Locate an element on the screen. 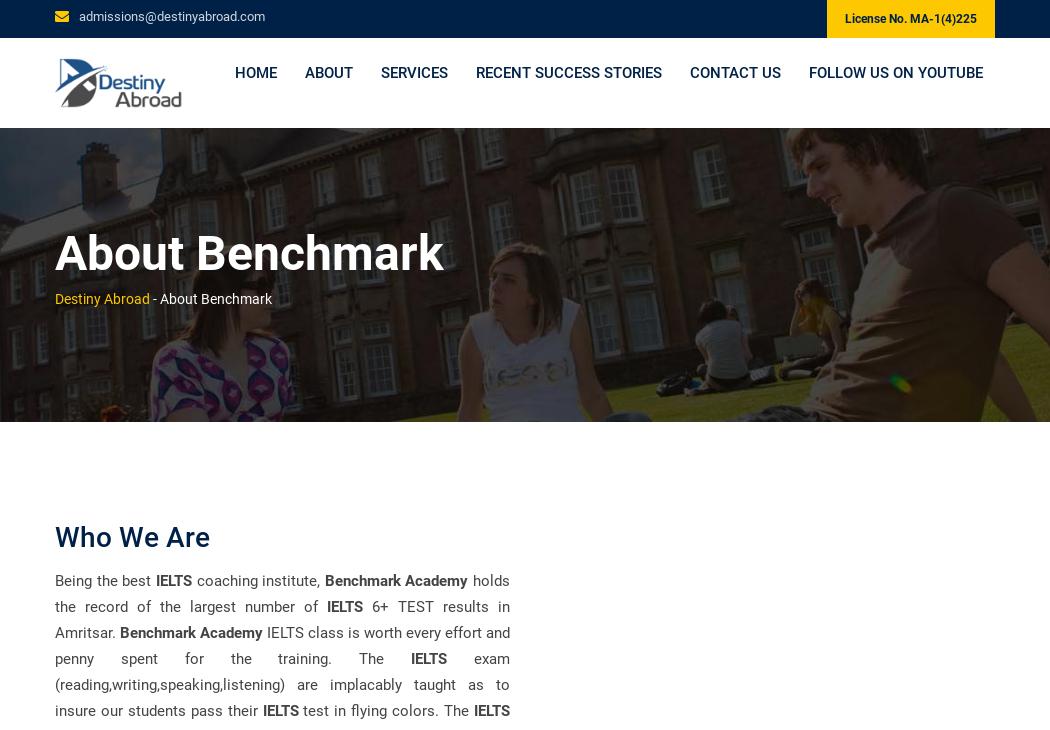 This screenshot has height=730, width=1050. 'coaching institute,' is located at coordinates (257, 579).